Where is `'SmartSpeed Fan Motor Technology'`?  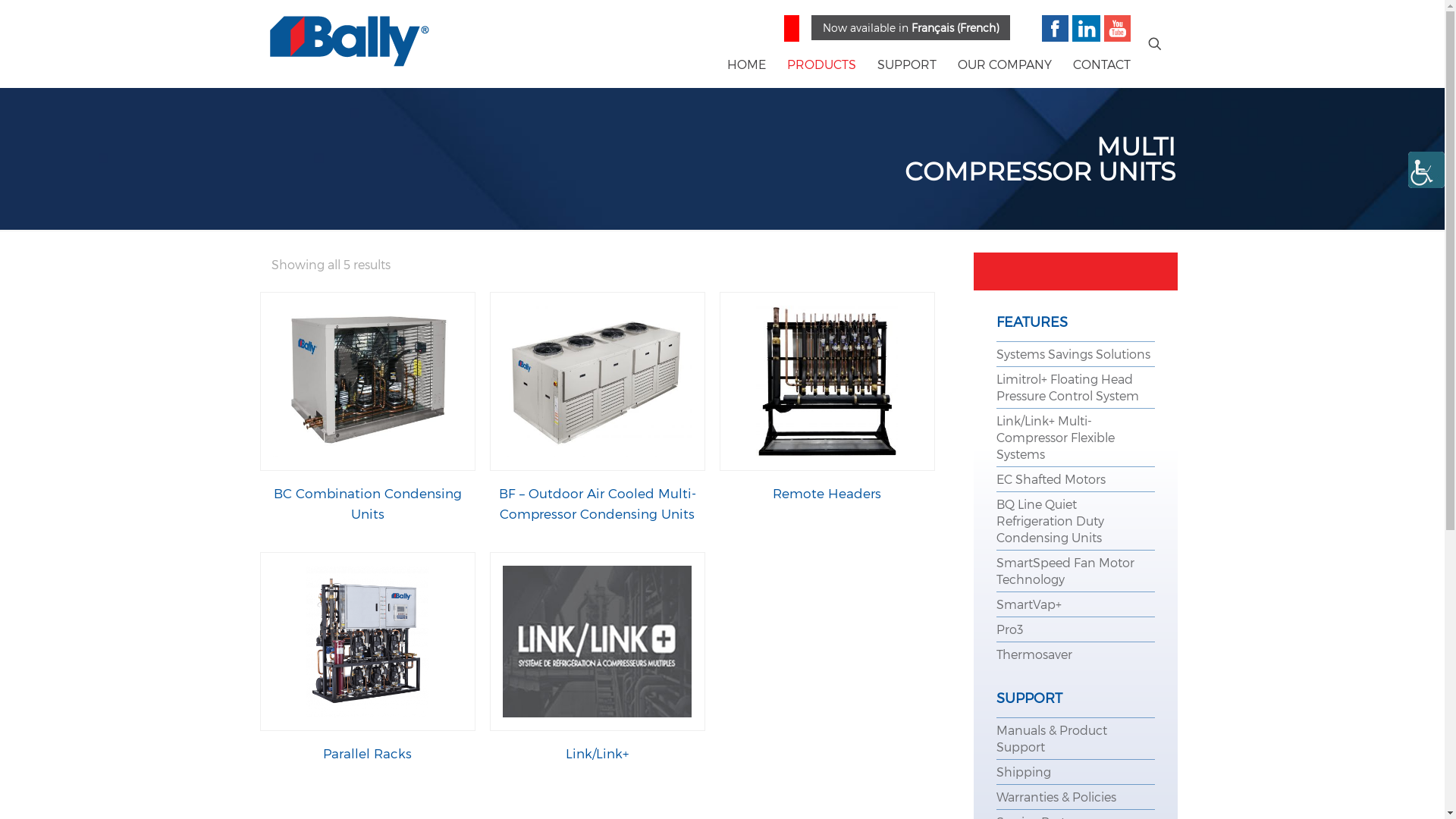 'SmartSpeed Fan Motor Technology' is located at coordinates (1065, 570).